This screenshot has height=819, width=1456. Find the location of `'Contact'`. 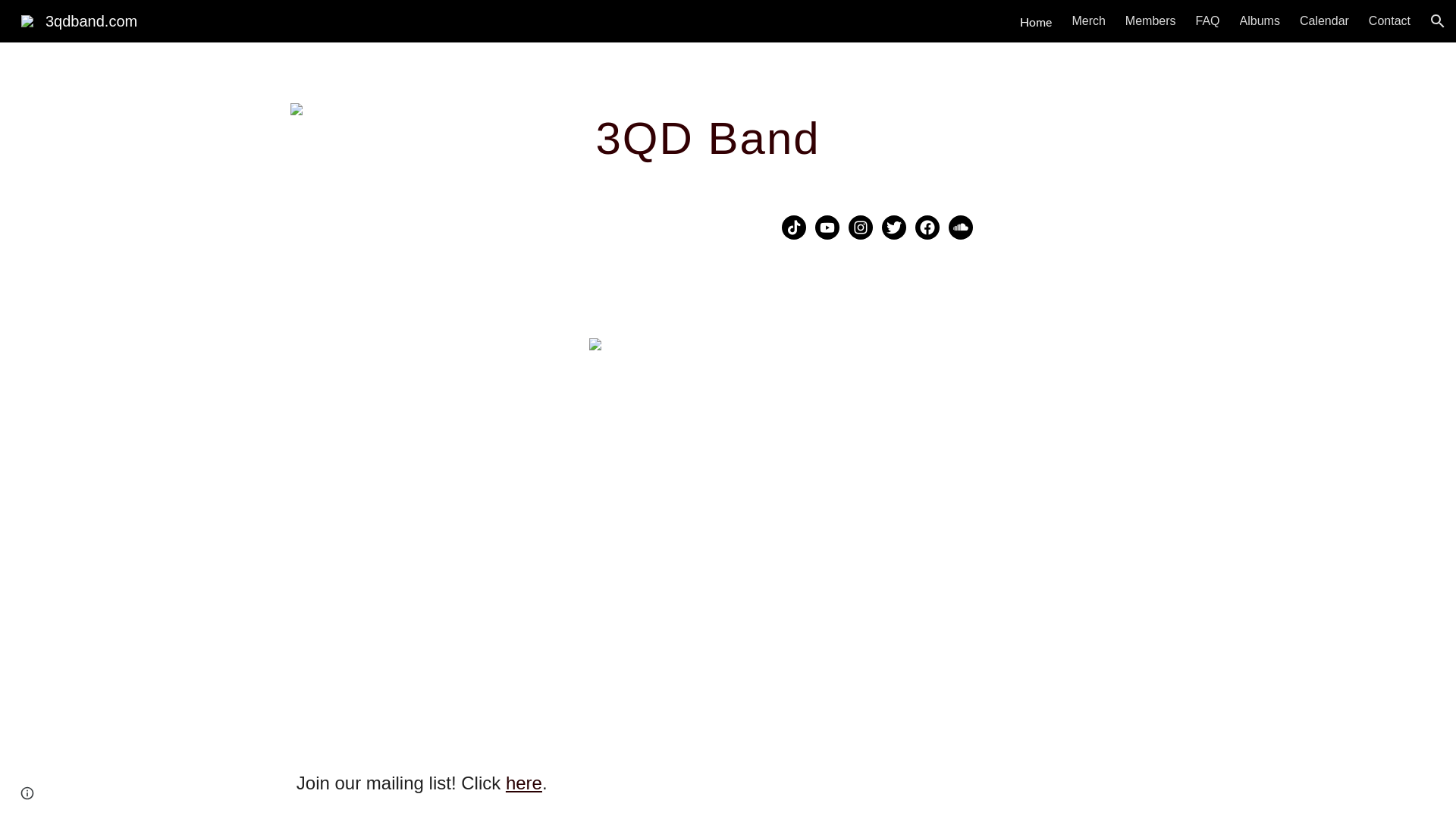

'Contact' is located at coordinates (1368, 20).